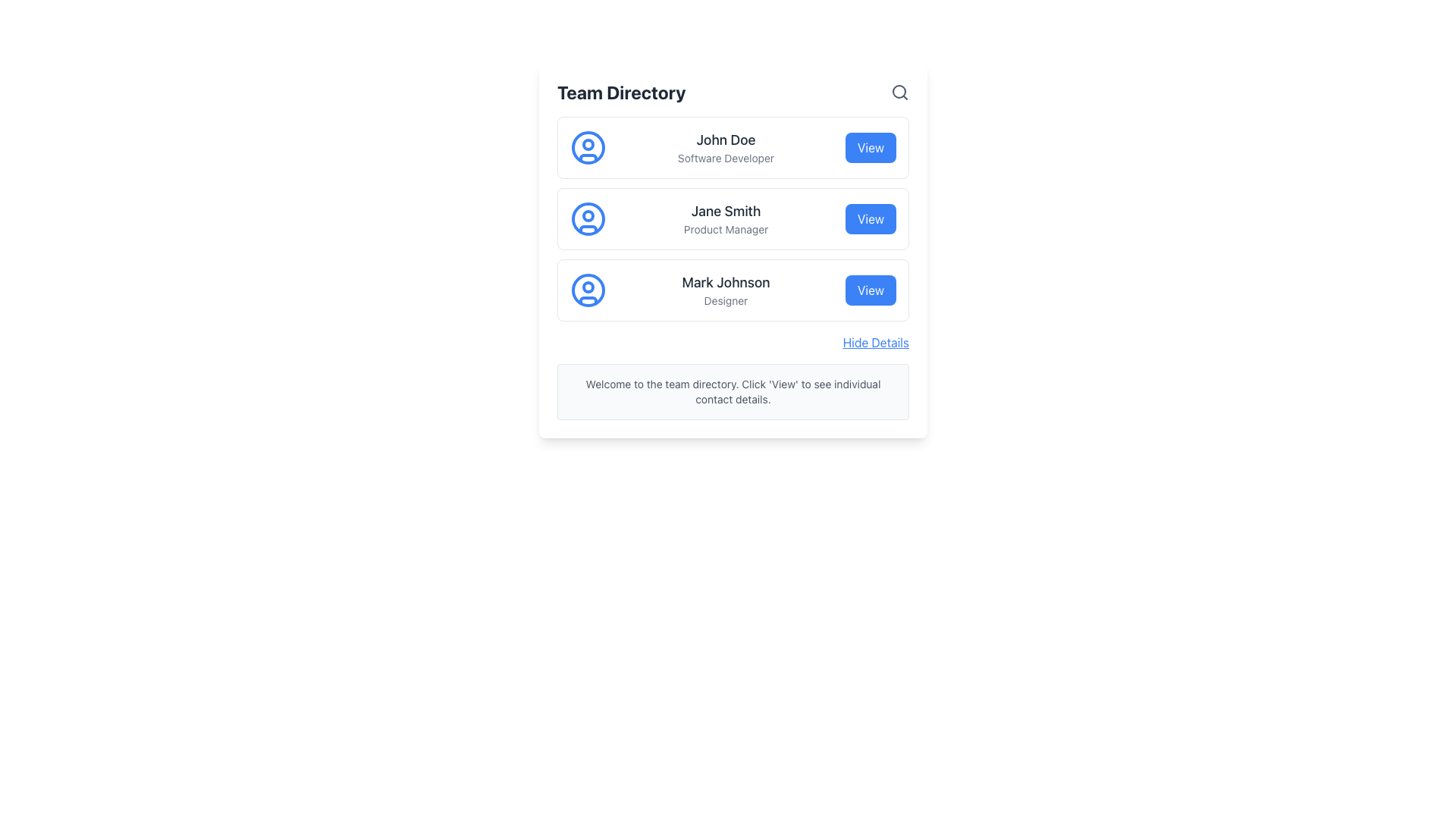 The height and width of the screenshot is (819, 1456). What do you see at coordinates (871, 290) in the screenshot?
I see `the 'View' button with a blue background and white text, which is located to the right of the profile section for 'Mark Johnson, Designer'` at bounding box center [871, 290].